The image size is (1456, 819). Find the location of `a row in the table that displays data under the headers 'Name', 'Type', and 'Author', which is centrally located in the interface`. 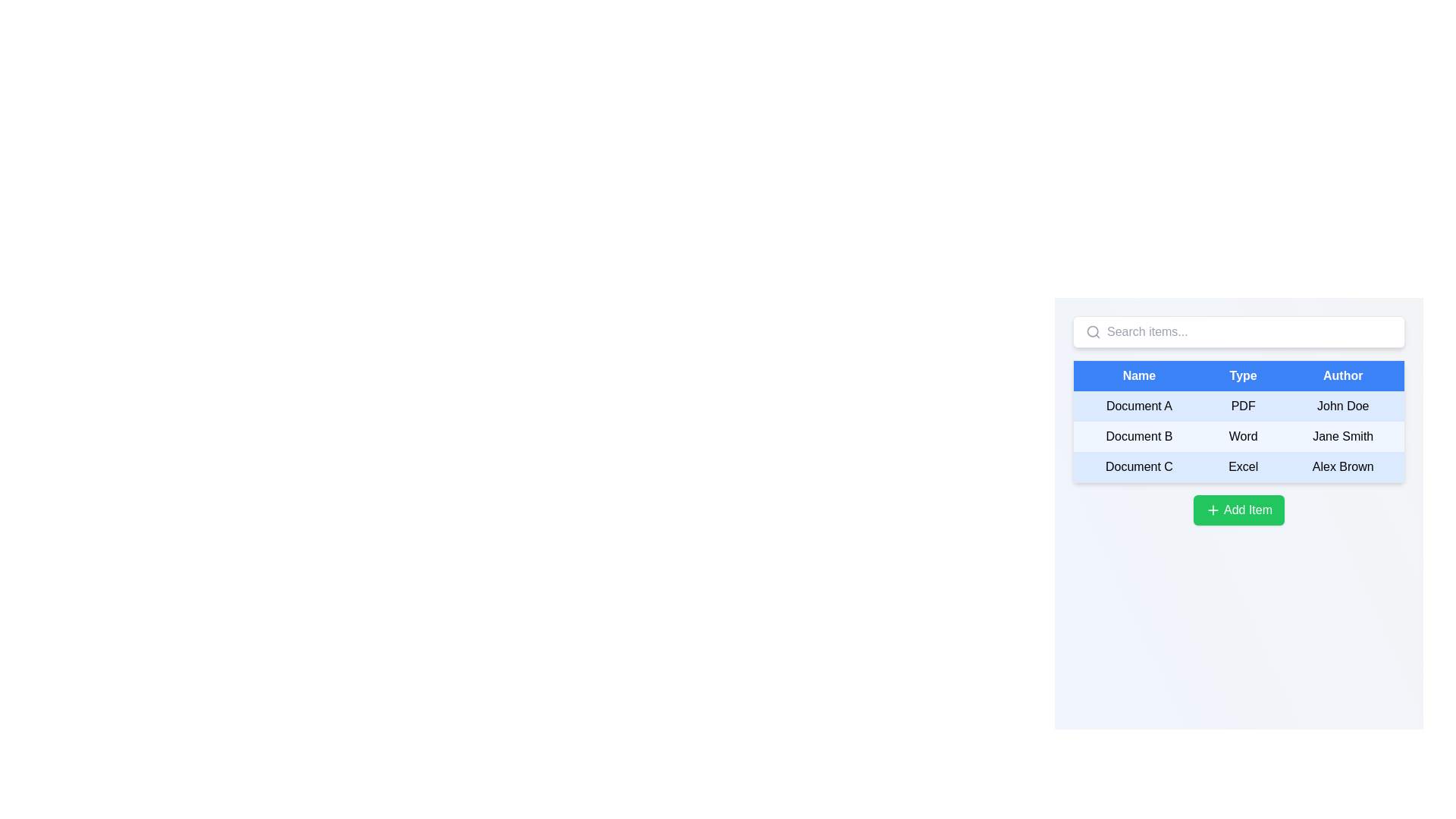

a row in the table that displays data under the headers 'Name', 'Type', and 'Author', which is centrally located in the interface is located at coordinates (1238, 436).